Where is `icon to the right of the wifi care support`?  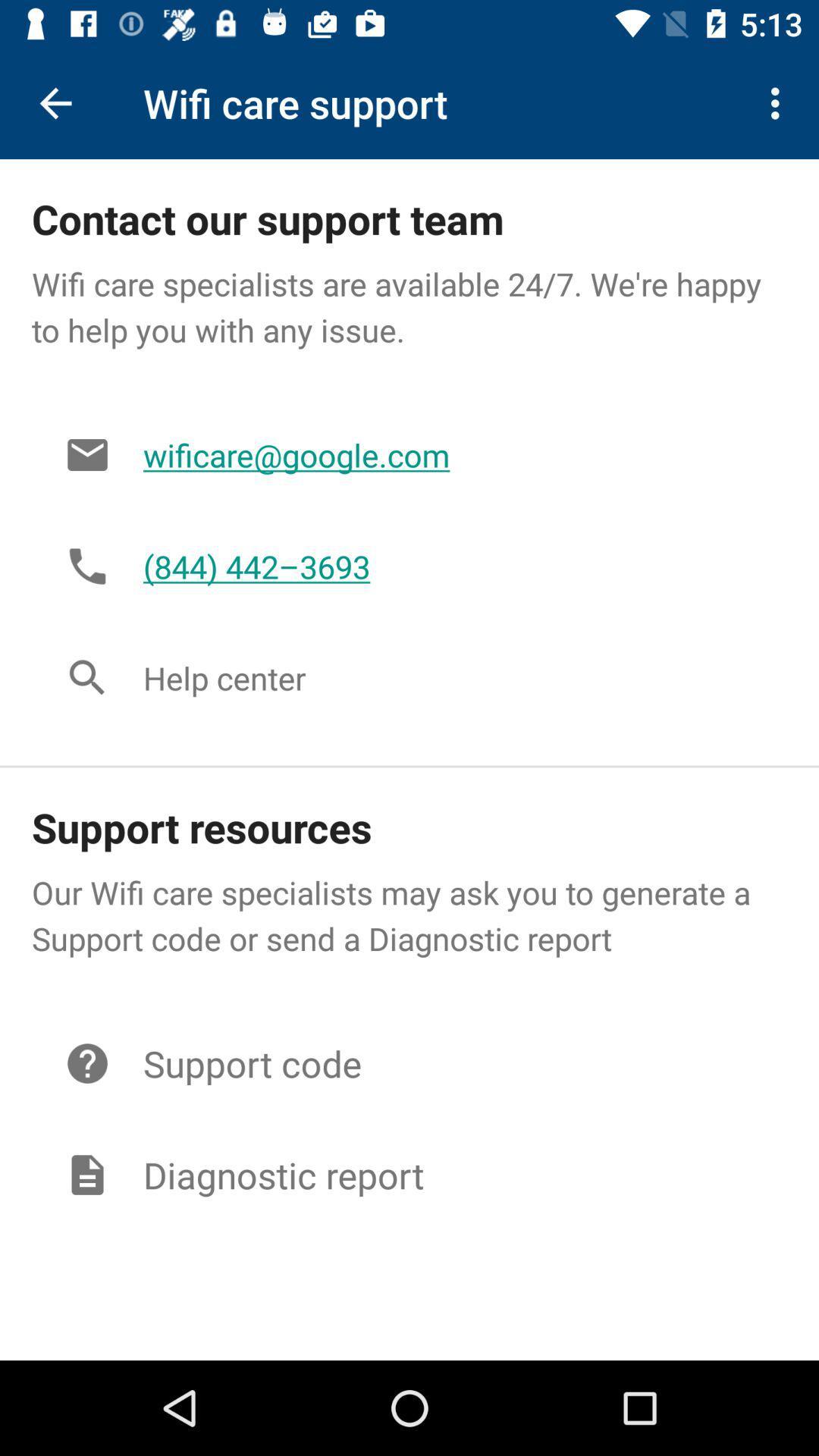
icon to the right of the wifi care support is located at coordinates (779, 102).